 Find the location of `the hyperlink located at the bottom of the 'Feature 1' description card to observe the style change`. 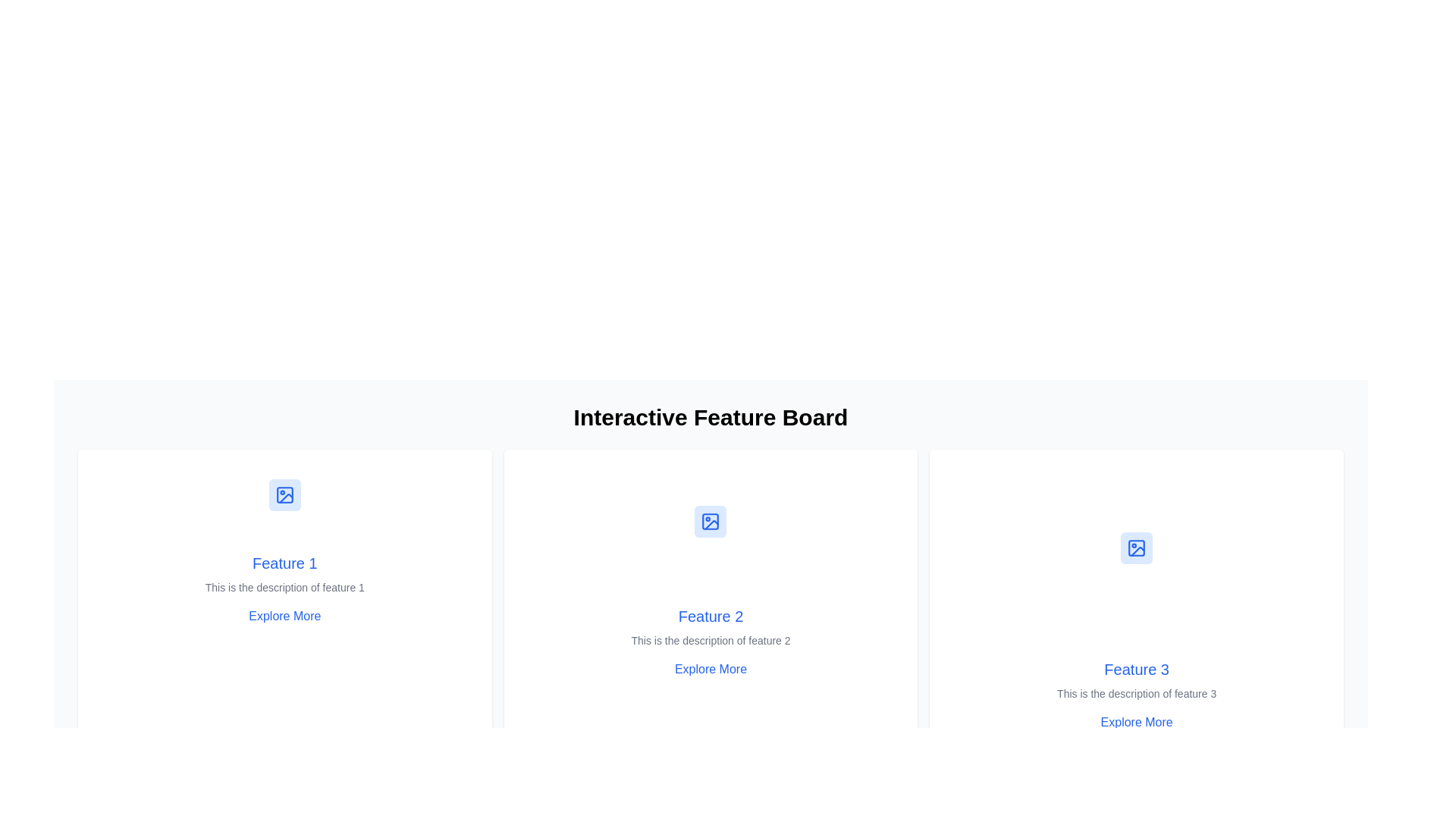

the hyperlink located at the bottom of the 'Feature 1' description card to observe the style change is located at coordinates (284, 617).